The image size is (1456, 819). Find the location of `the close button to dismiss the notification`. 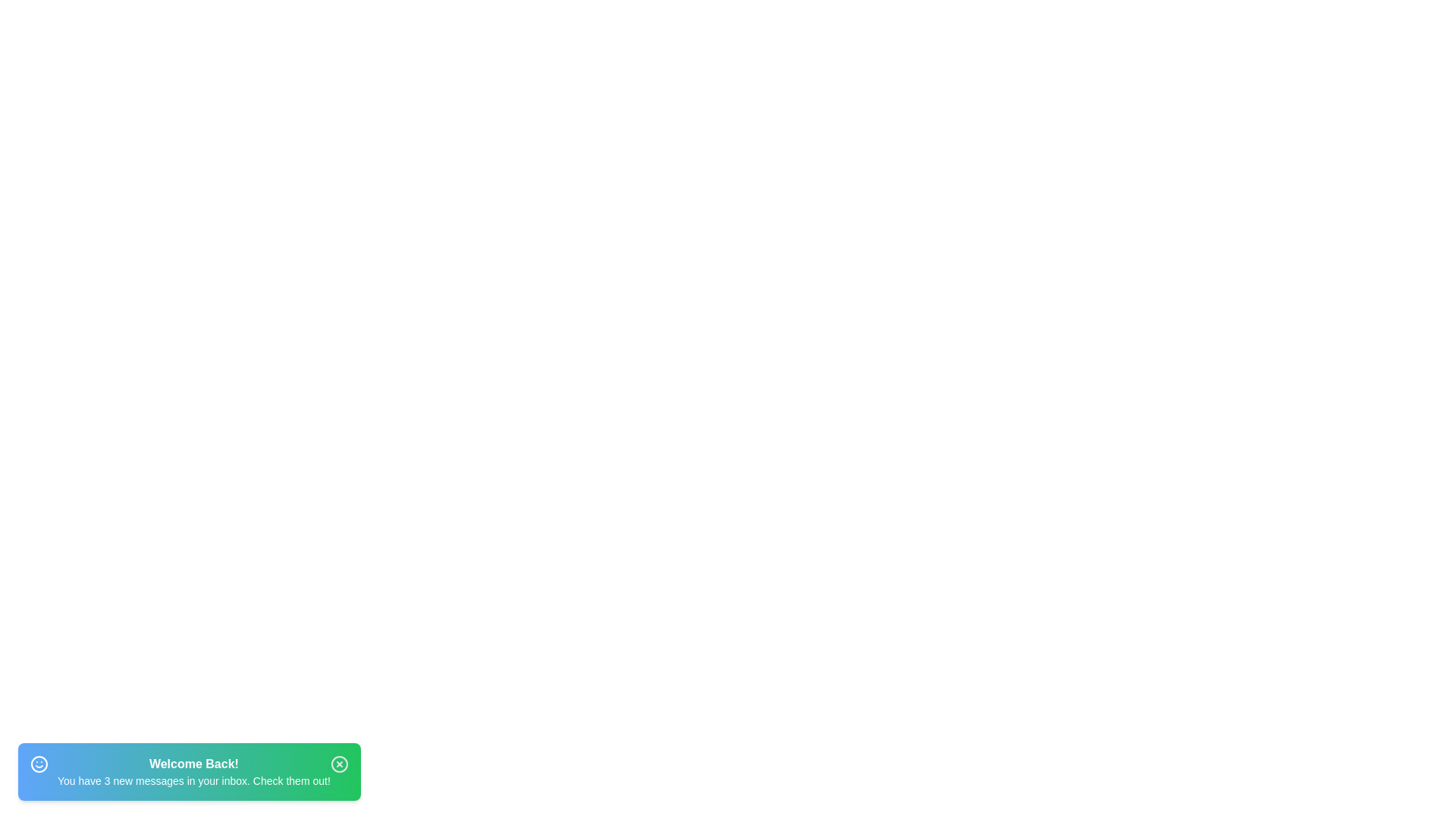

the close button to dismiss the notification is located at coordinates (338, 764).